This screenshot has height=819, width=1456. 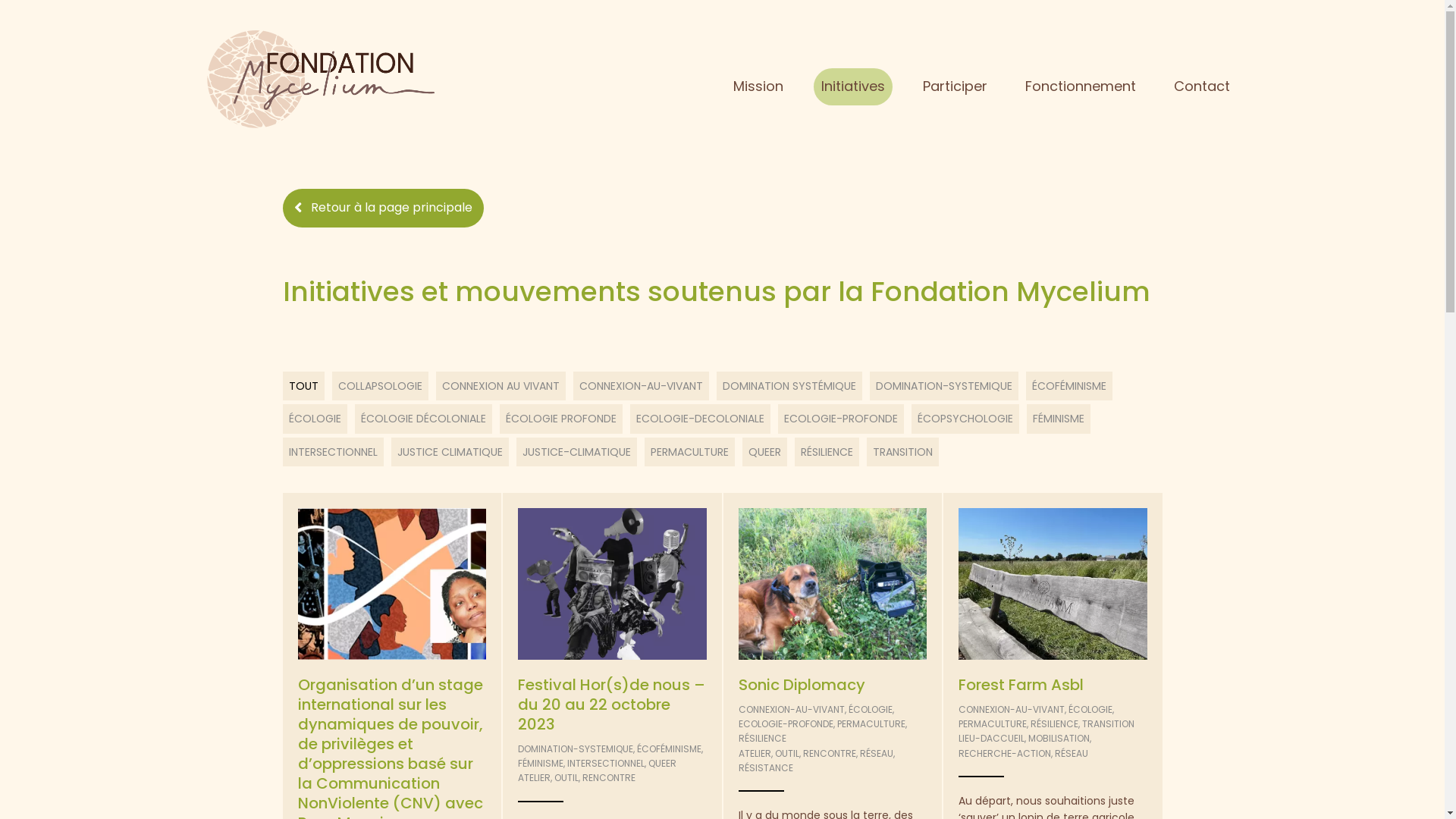 I want to click on 'CONNEXION-AU-VIVANT', so click(x=957, y=709).